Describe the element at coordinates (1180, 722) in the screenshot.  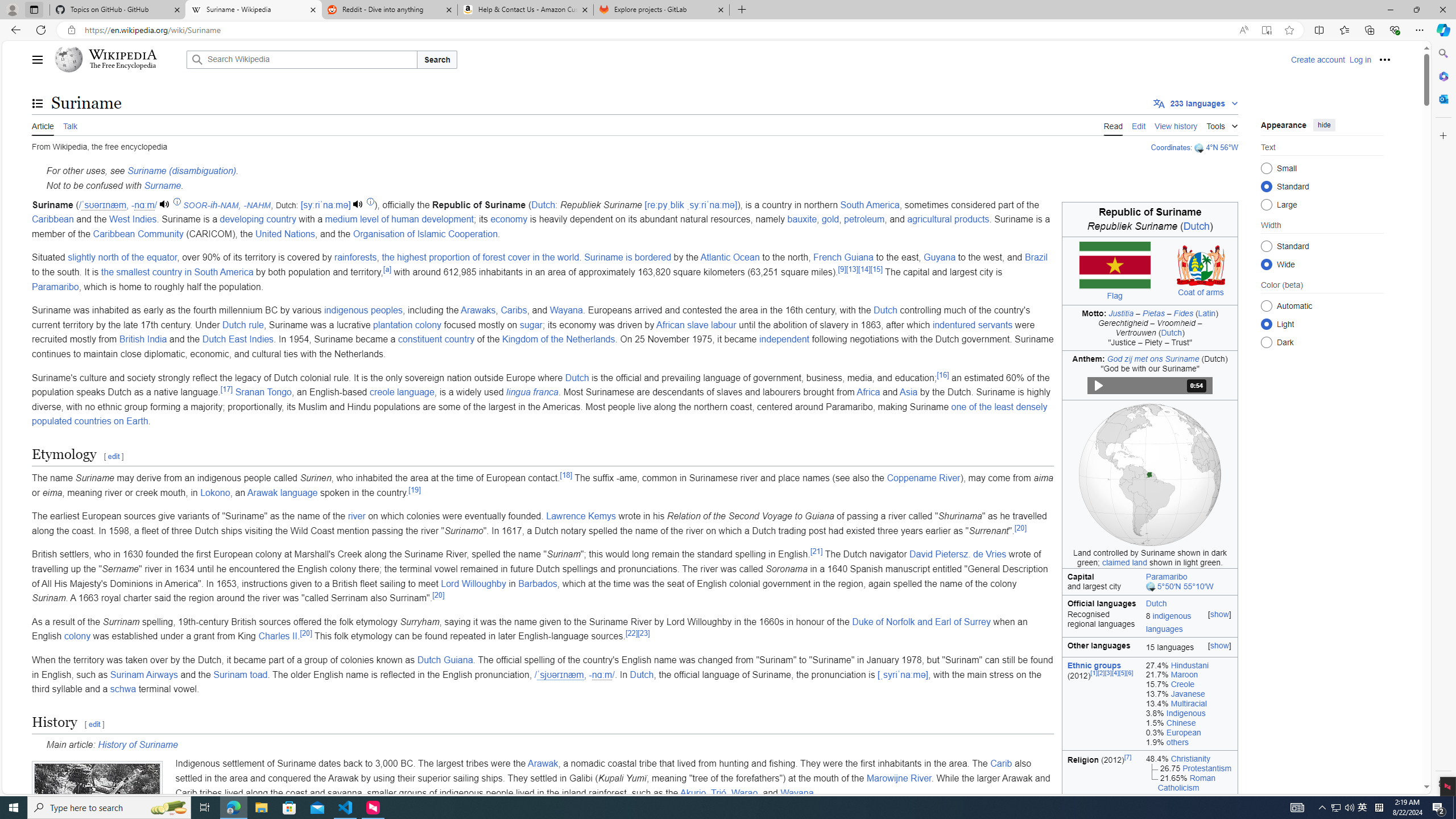
I see `'Chinese'` at that location.